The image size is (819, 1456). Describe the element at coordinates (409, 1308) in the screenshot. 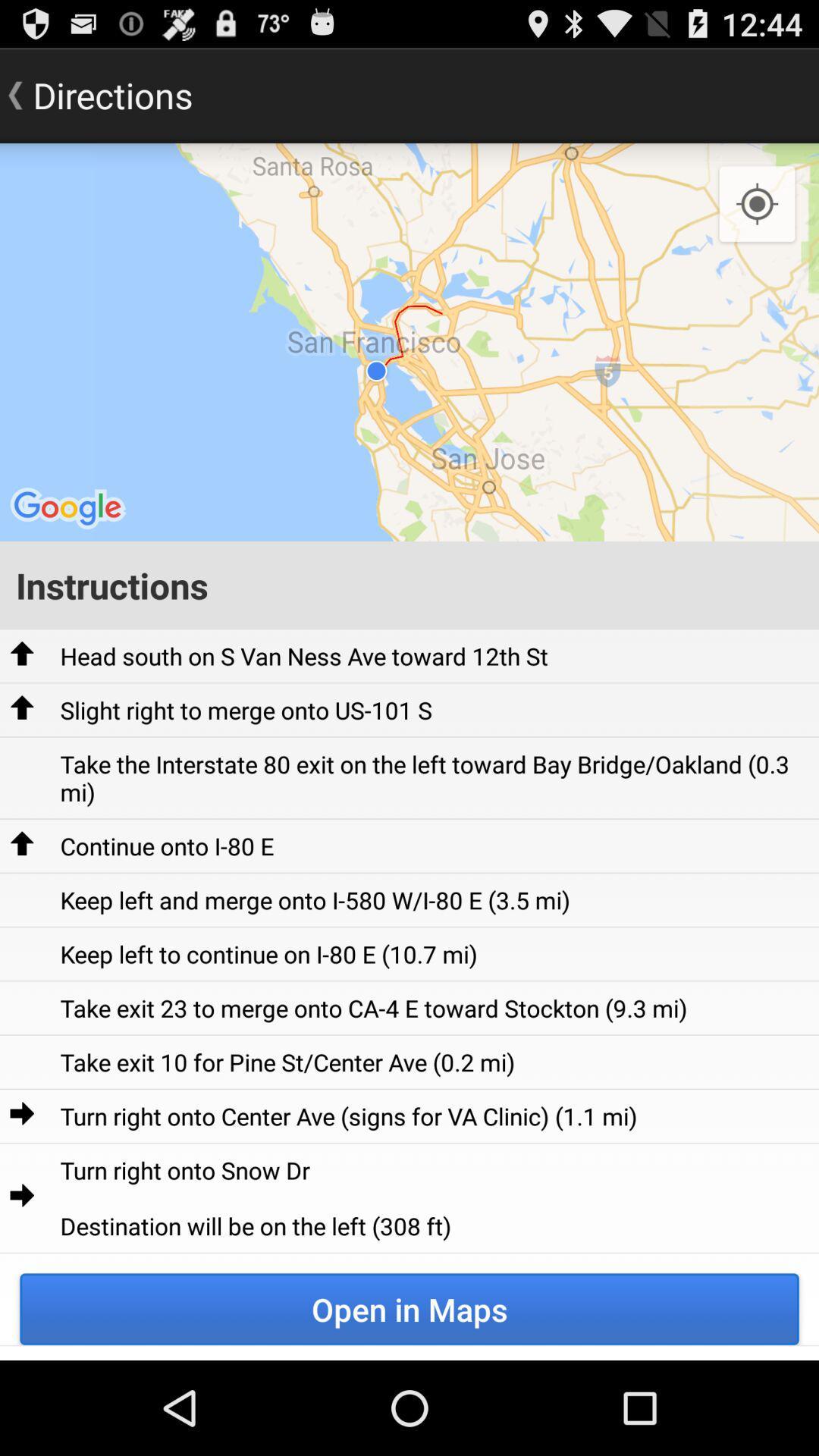

I see `open in maps button` at that location.